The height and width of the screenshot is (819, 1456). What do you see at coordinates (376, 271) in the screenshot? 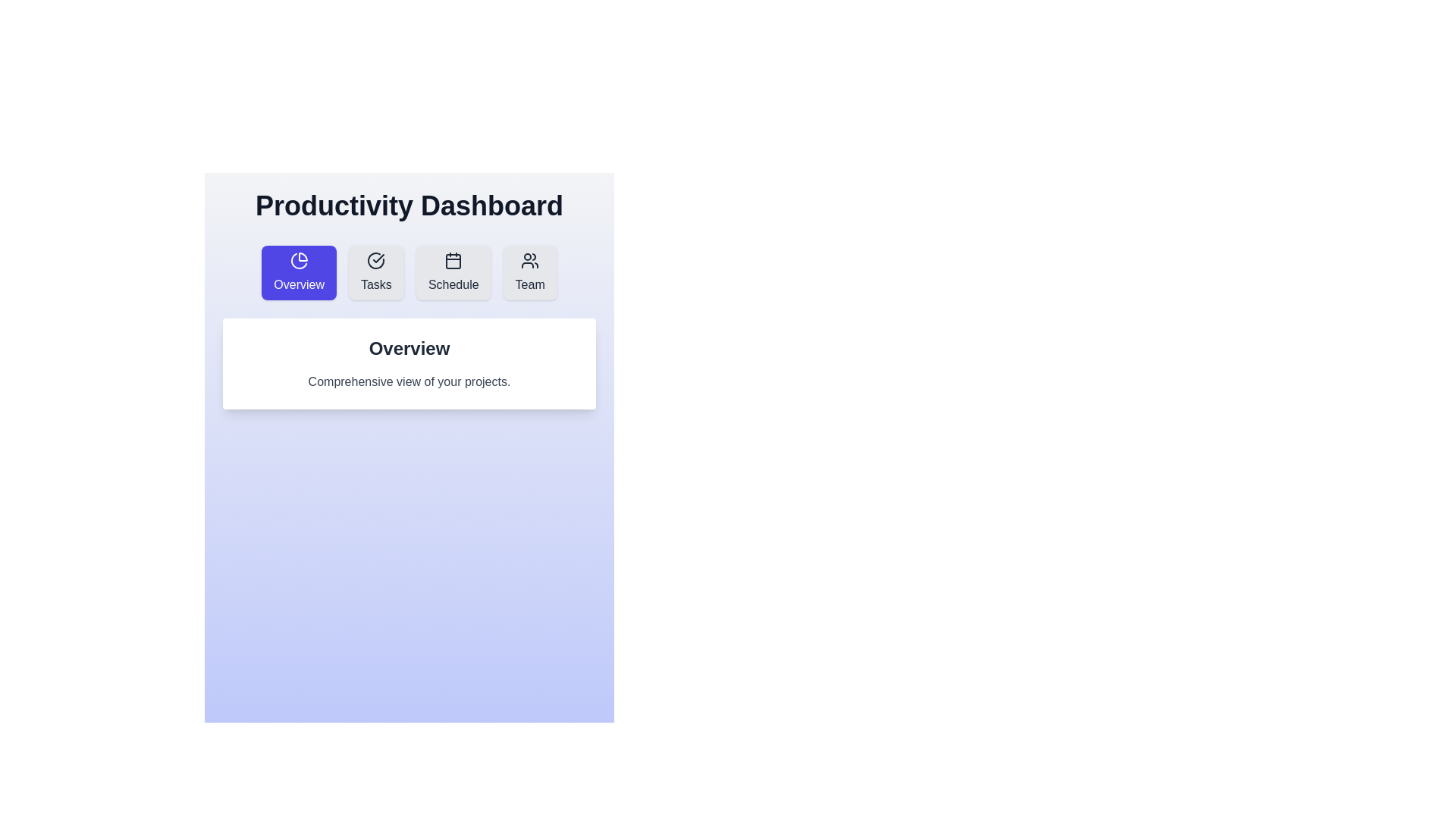
I see `the navigation button labeled 'Tasks' to observe the visual effect` at bounding box center [376, 271].